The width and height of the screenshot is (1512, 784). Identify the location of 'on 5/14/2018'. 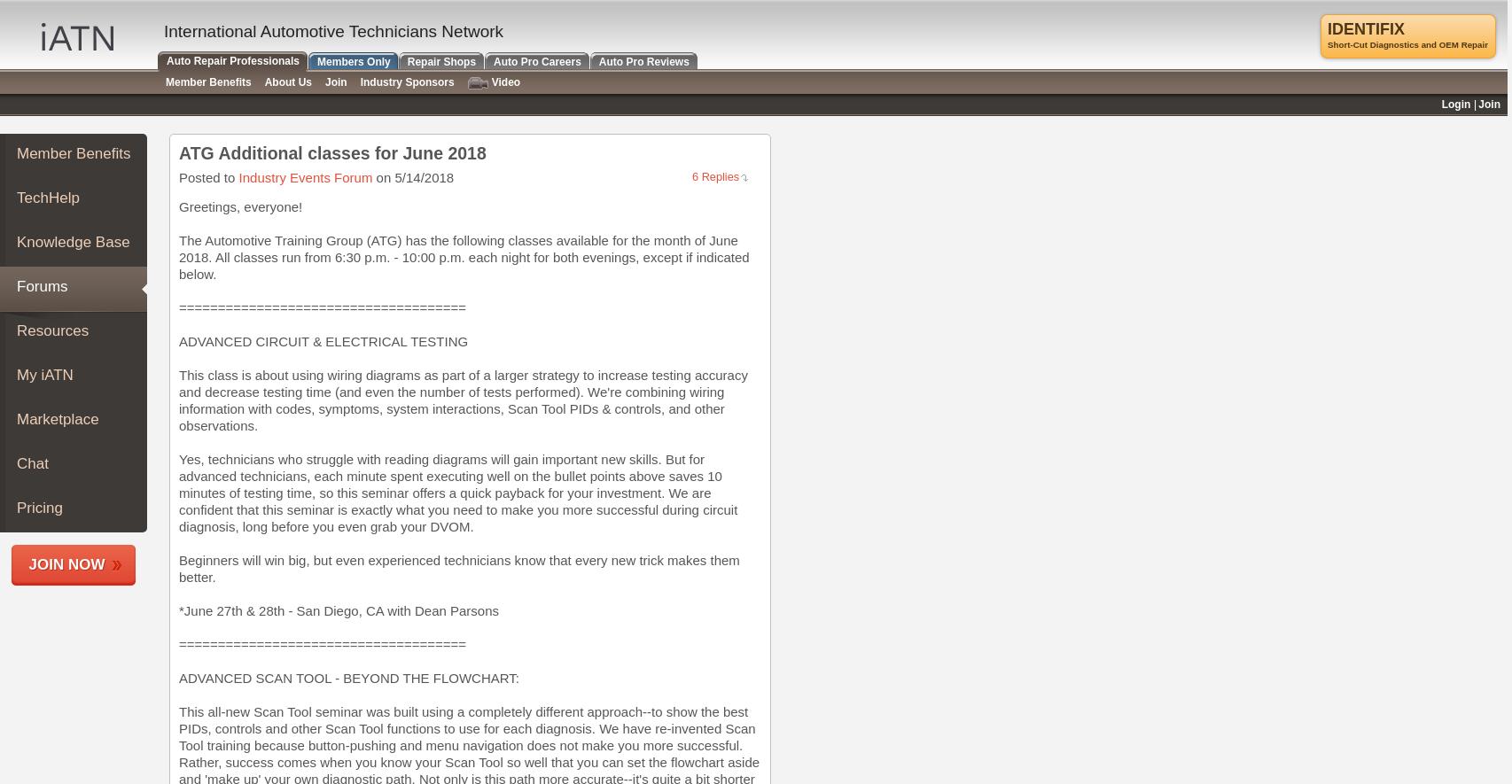
(412, 177).